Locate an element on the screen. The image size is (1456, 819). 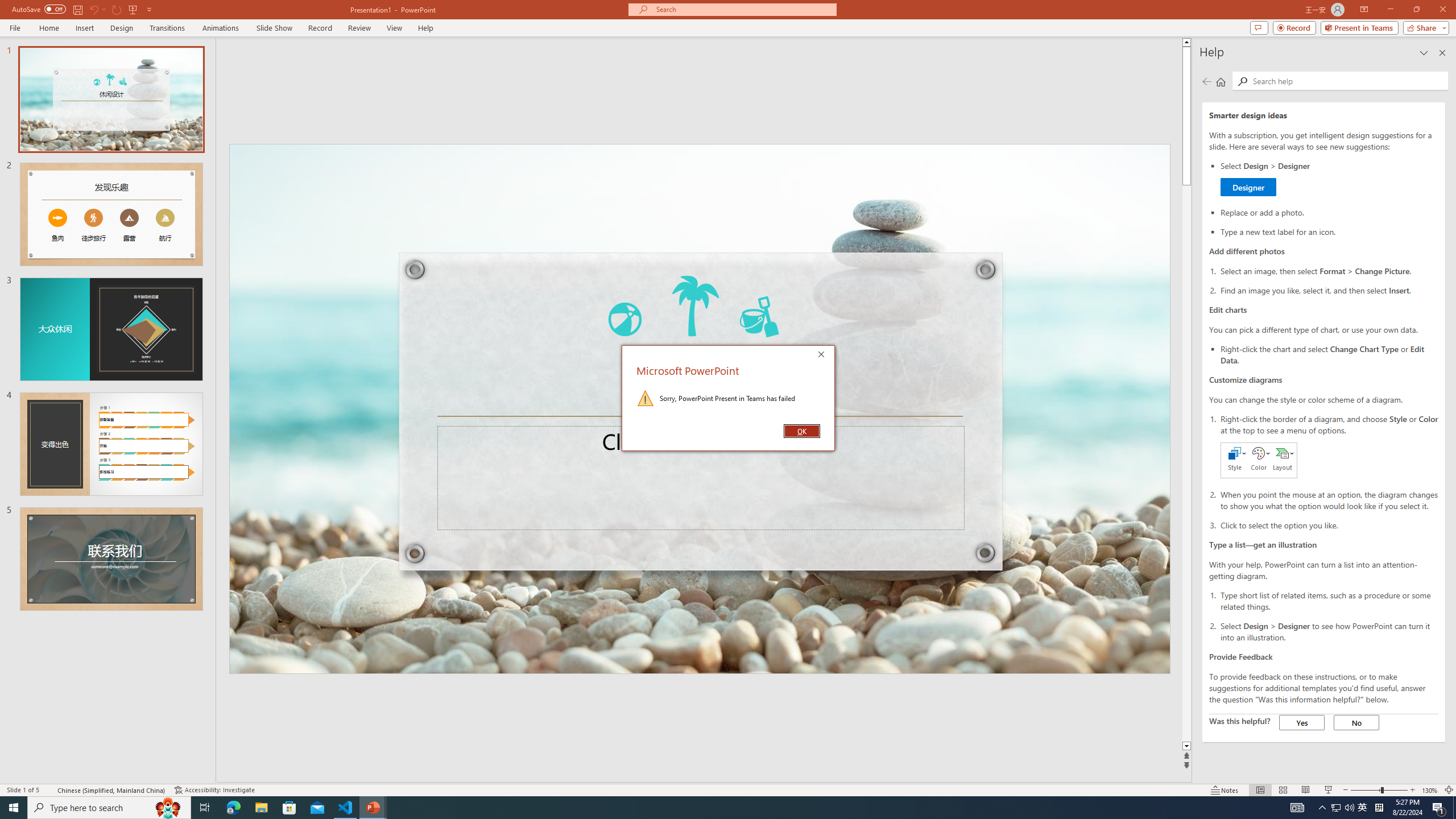
'Click to select the option you like.' is located at coordinates (1329, 524).